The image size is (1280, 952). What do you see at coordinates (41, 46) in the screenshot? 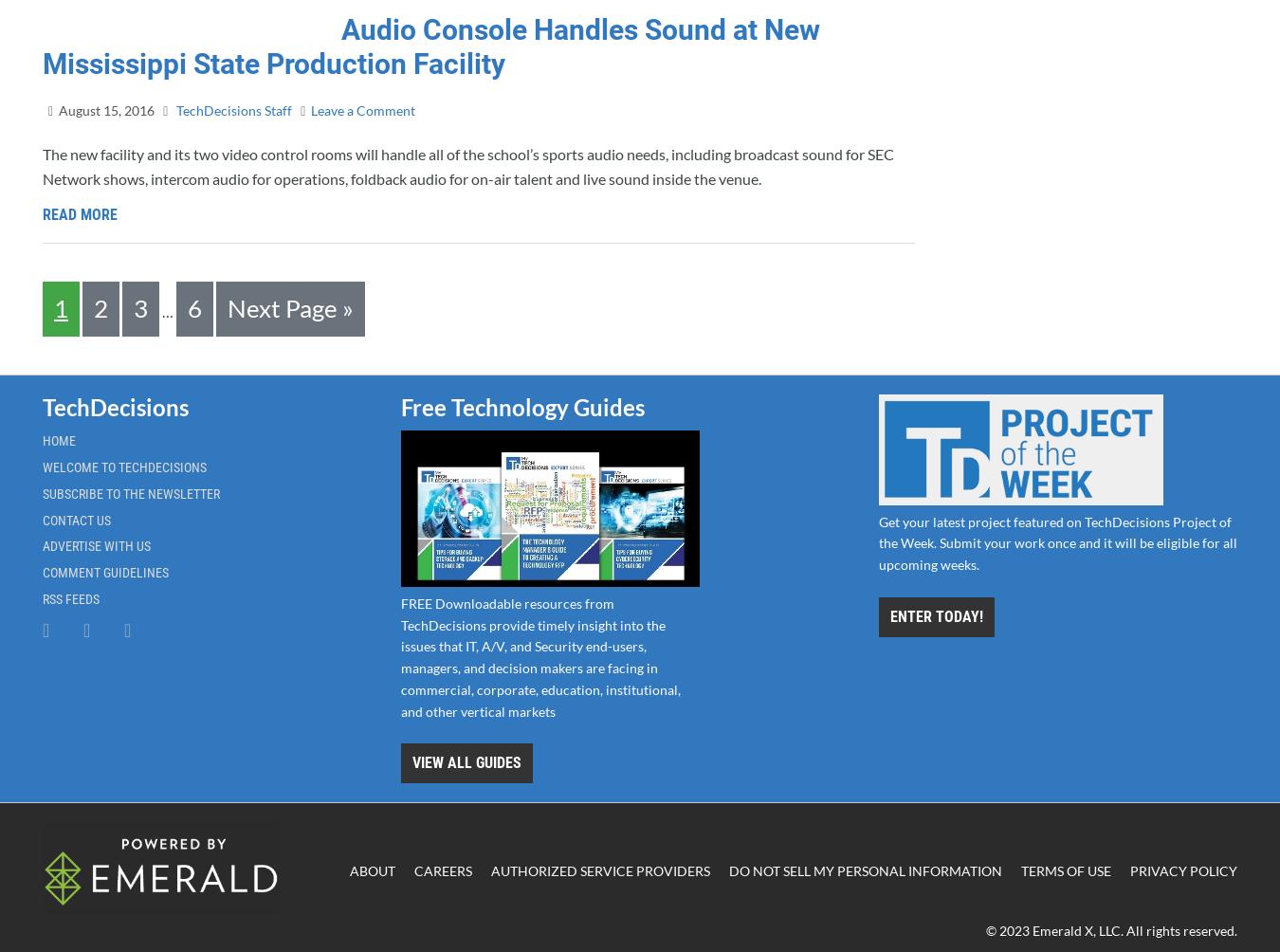
I see `'Audio Console Handles Sound at New Mississippi State Production Facility'` at bounding box center [41, 46].